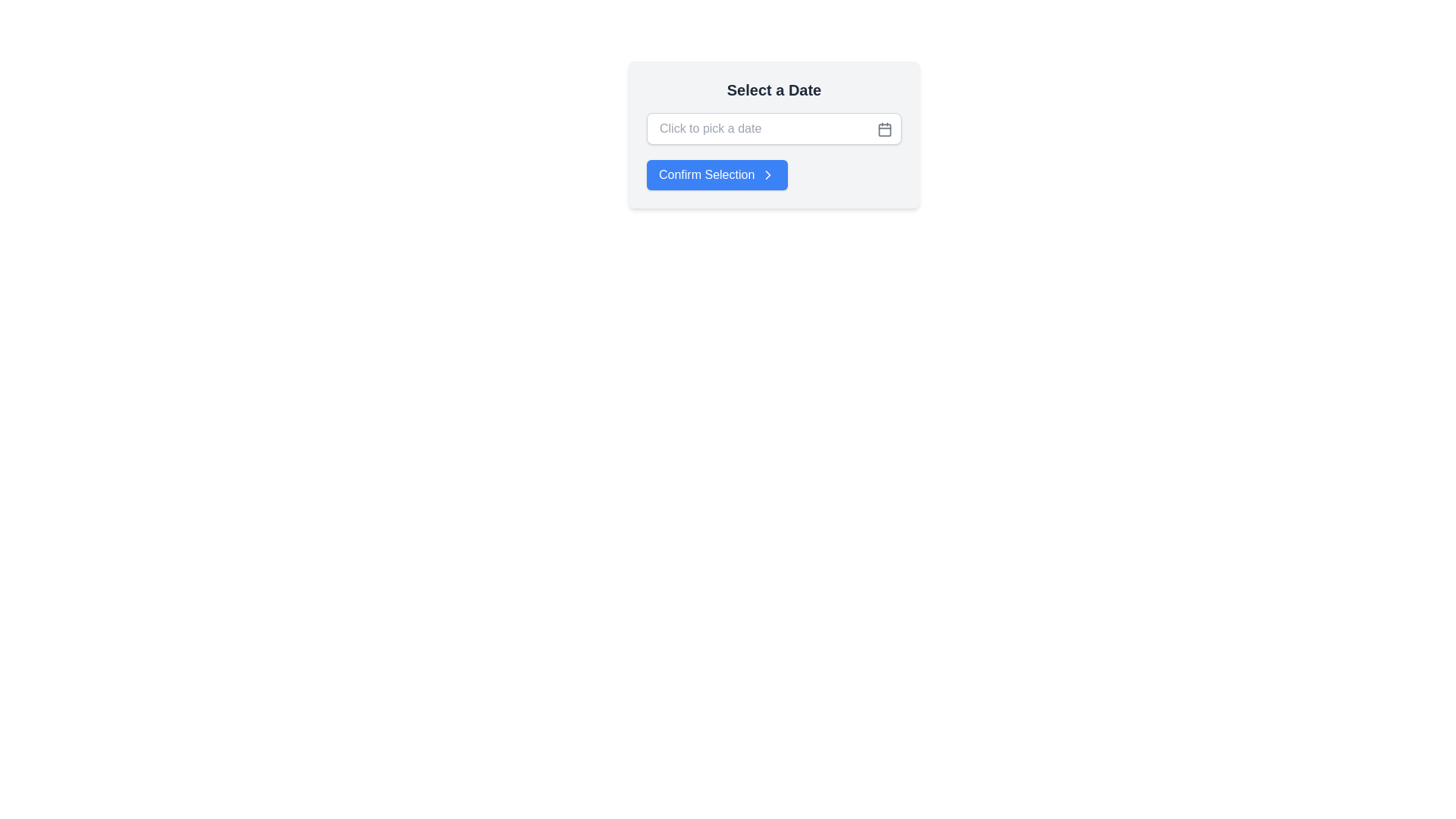  Describe the element at coordinates (774, 127) in the screenshot. I see `into the Date picker input field located in the section titled 'Select a Date'` at that location.